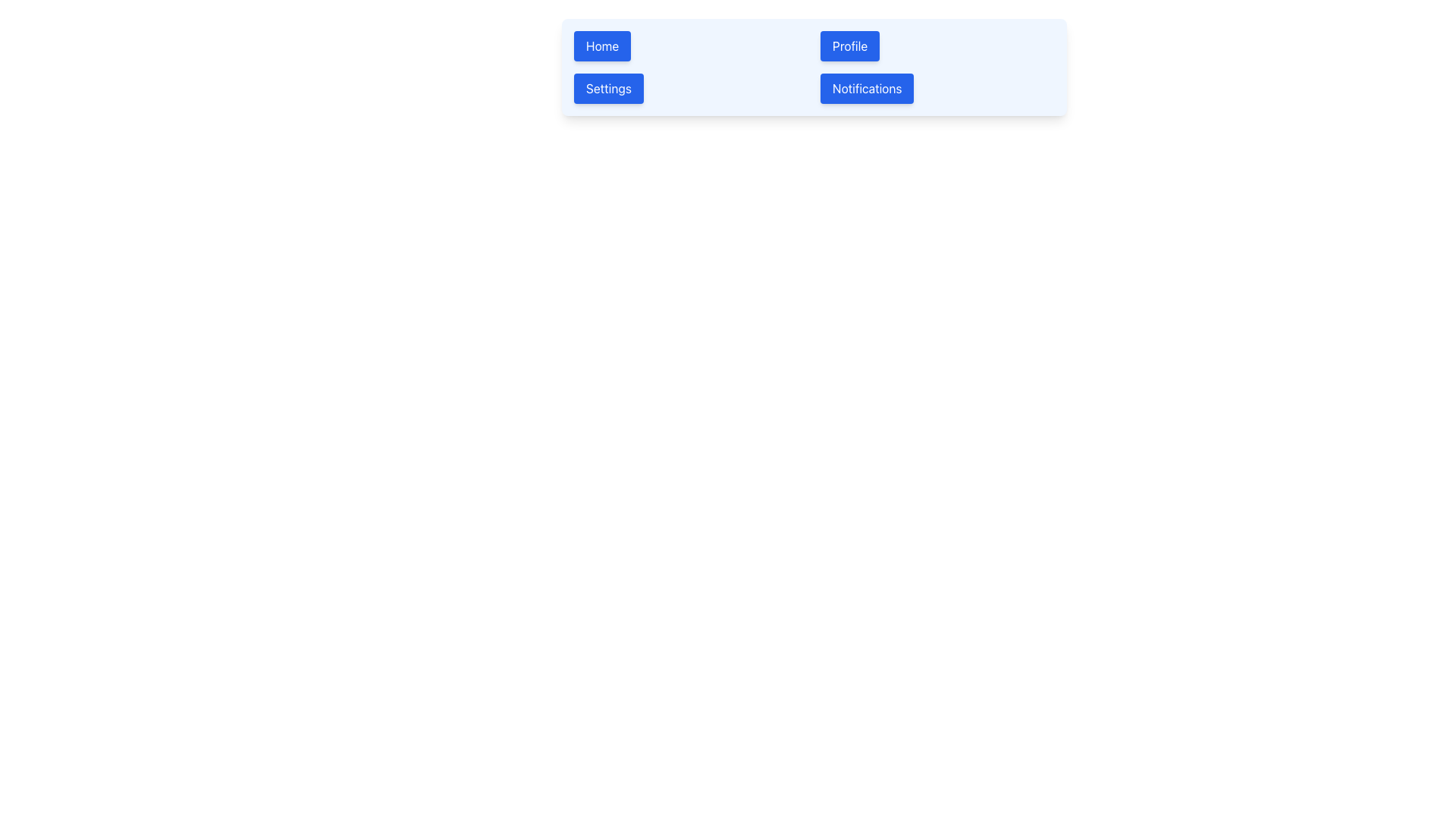 The height and width of the screenshot is (819, 1456). I want to click on the 'Home' button with a blue background and white text, so click(601, 45).